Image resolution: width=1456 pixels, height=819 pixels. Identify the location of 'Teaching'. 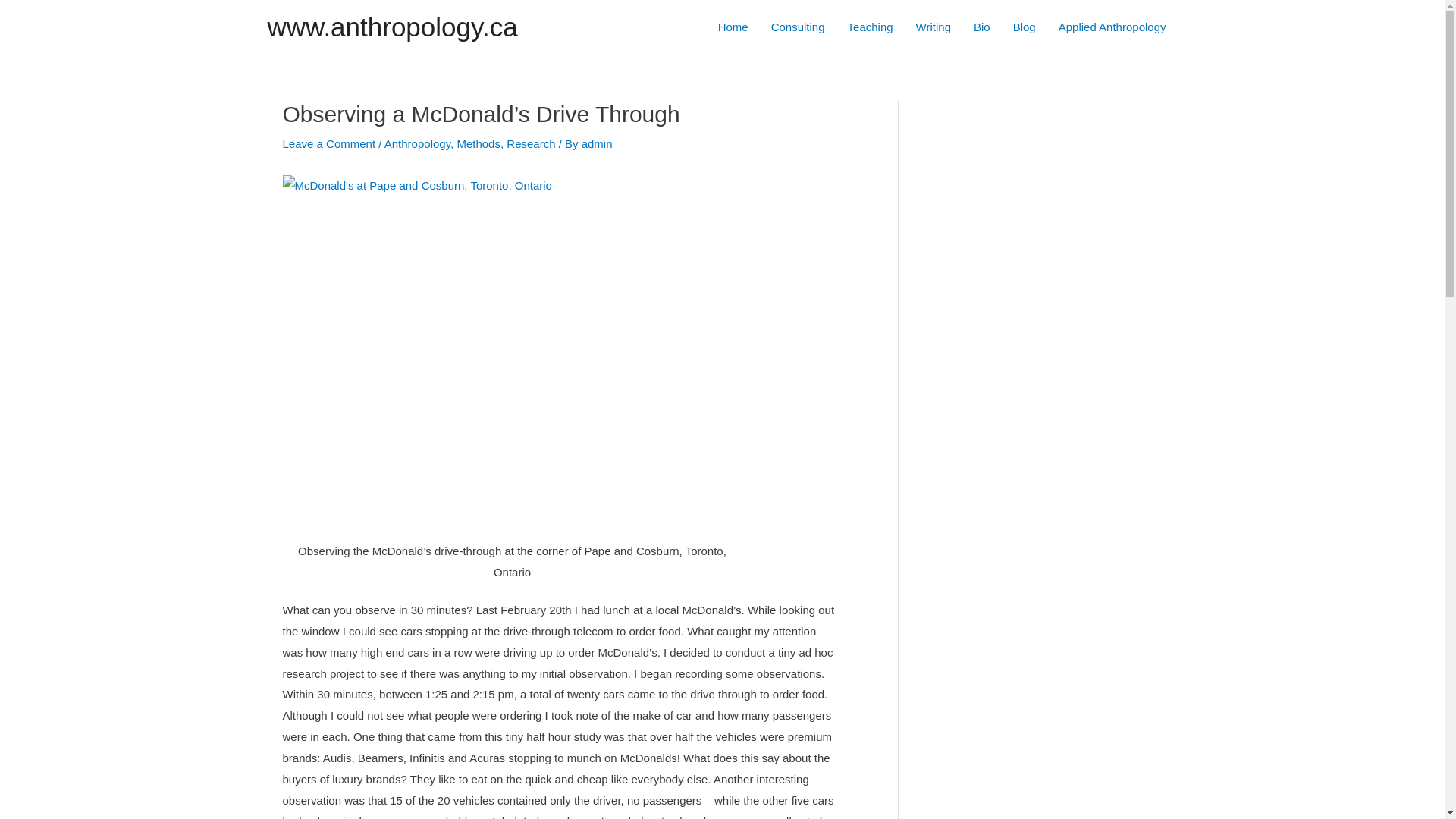
(870, 27).